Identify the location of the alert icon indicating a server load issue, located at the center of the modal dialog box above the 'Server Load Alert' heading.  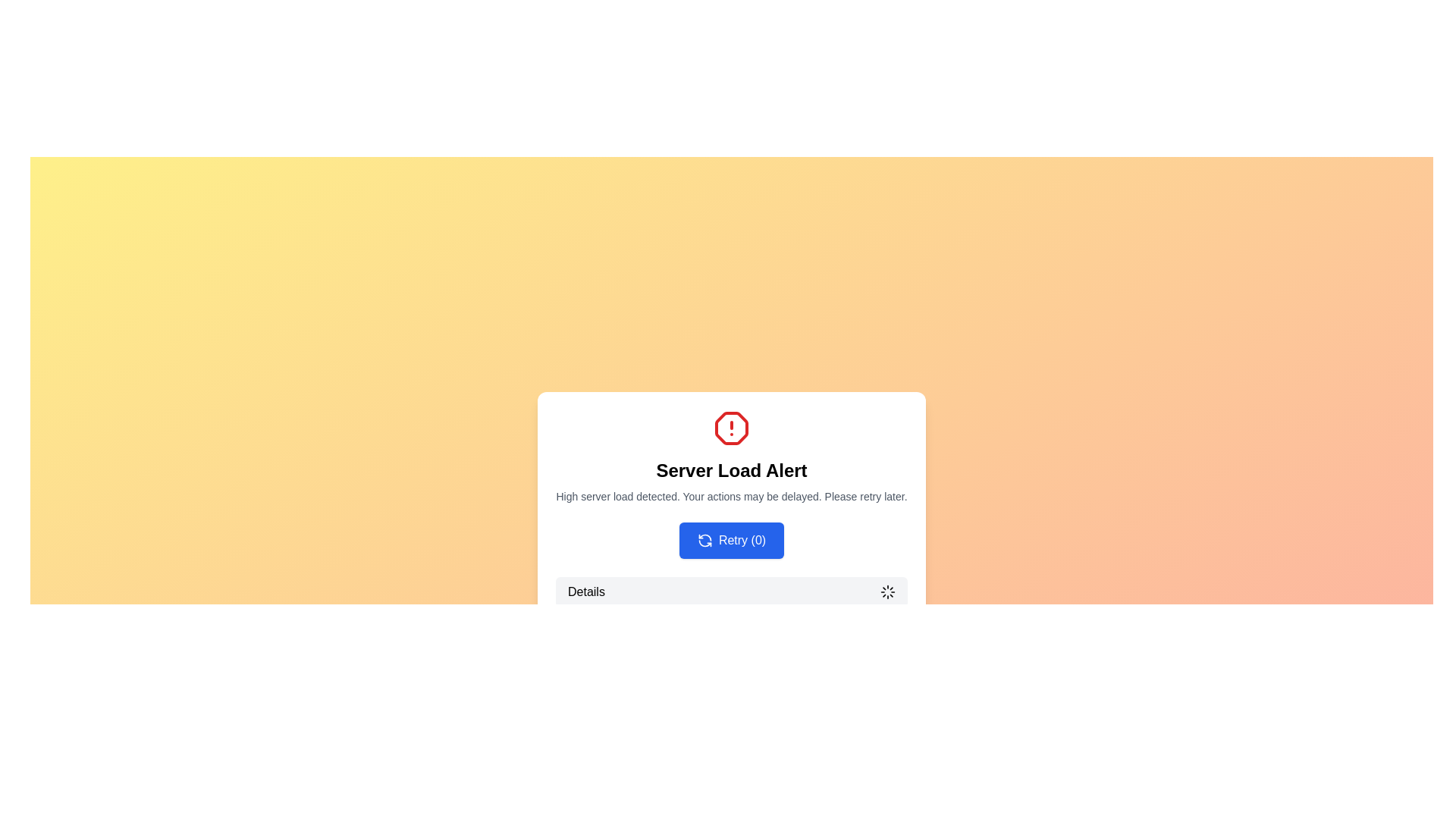
(731, 428).